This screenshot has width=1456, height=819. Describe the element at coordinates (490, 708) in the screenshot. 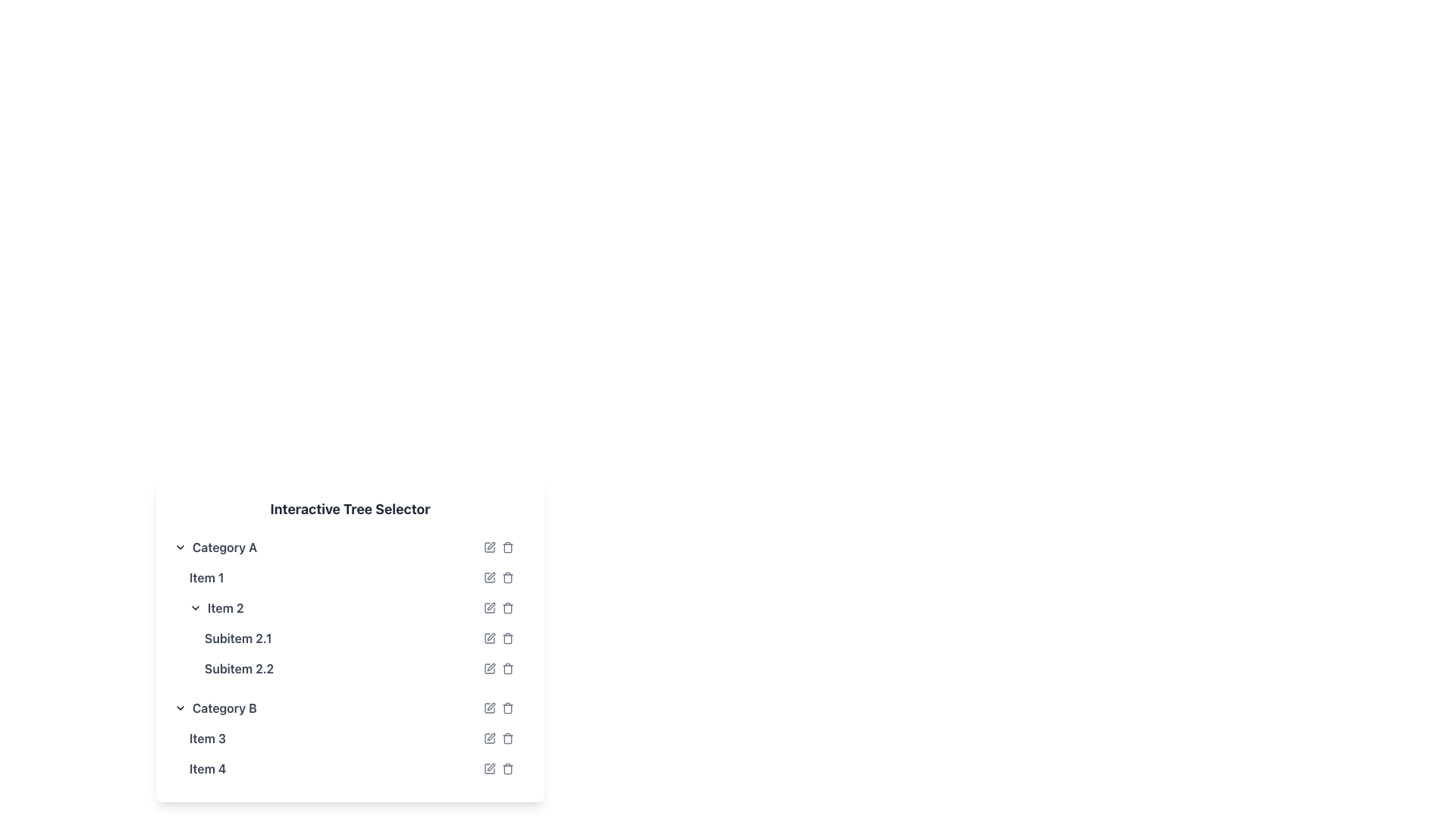

I see `the edit button associated with 'Category B', which is the first icon in the action icons layout next to the 'Category B' item` at that location.